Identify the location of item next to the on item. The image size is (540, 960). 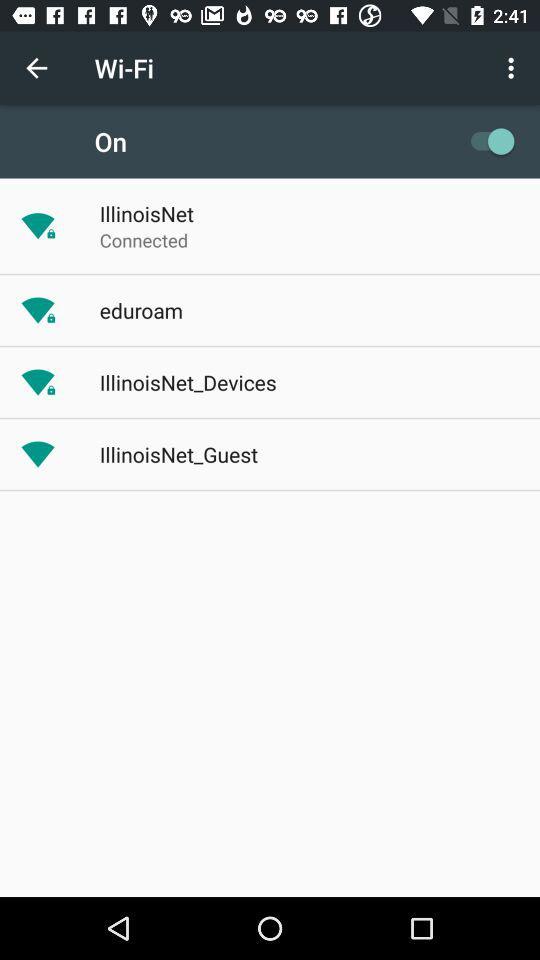
(486, 140).